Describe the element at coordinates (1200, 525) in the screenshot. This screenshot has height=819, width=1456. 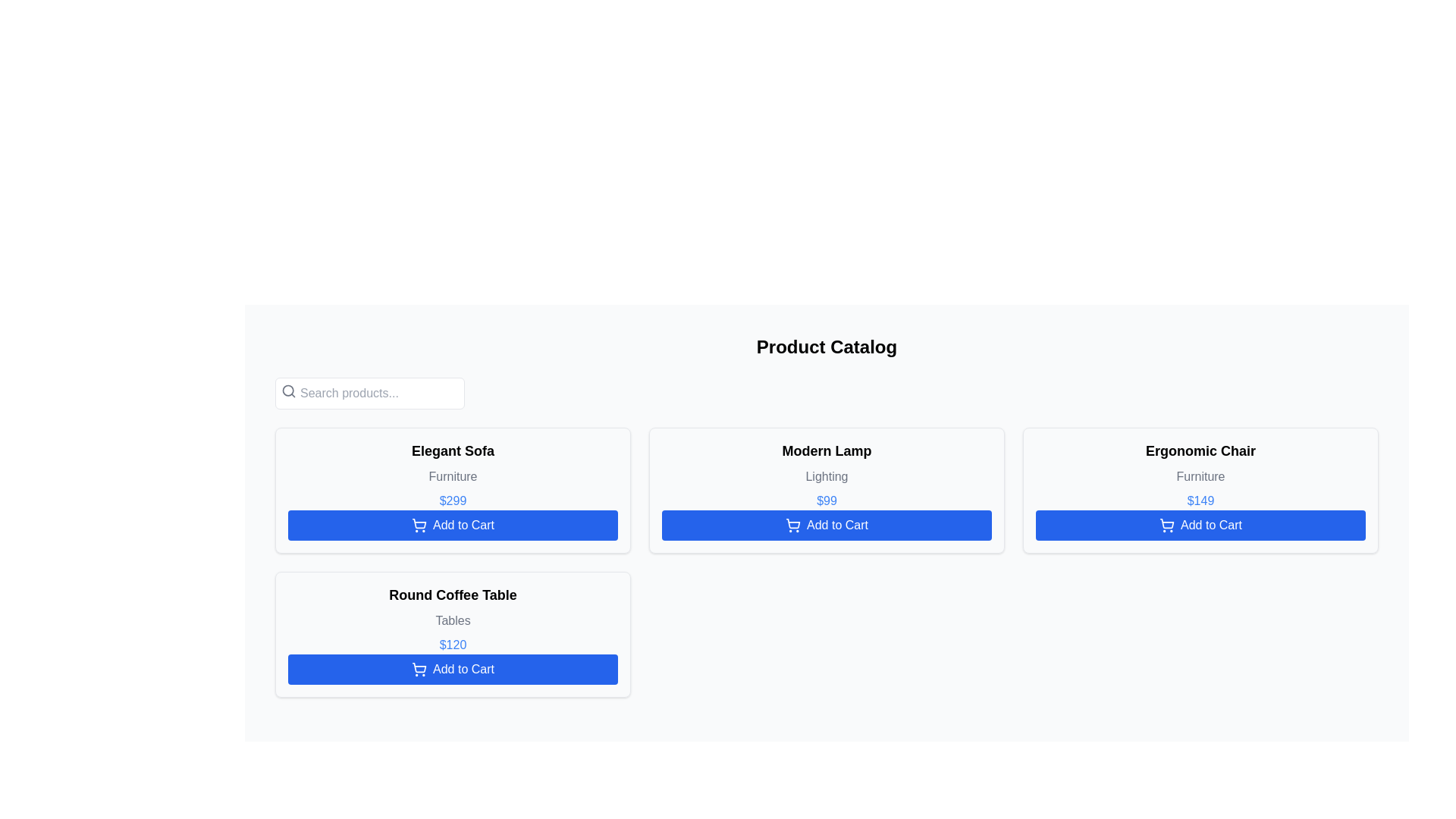
I see `the 'Add to Cart' button with a blue background and white text in the 'Ergonomic Chair' section to change its background color to a darker shade` at that location.